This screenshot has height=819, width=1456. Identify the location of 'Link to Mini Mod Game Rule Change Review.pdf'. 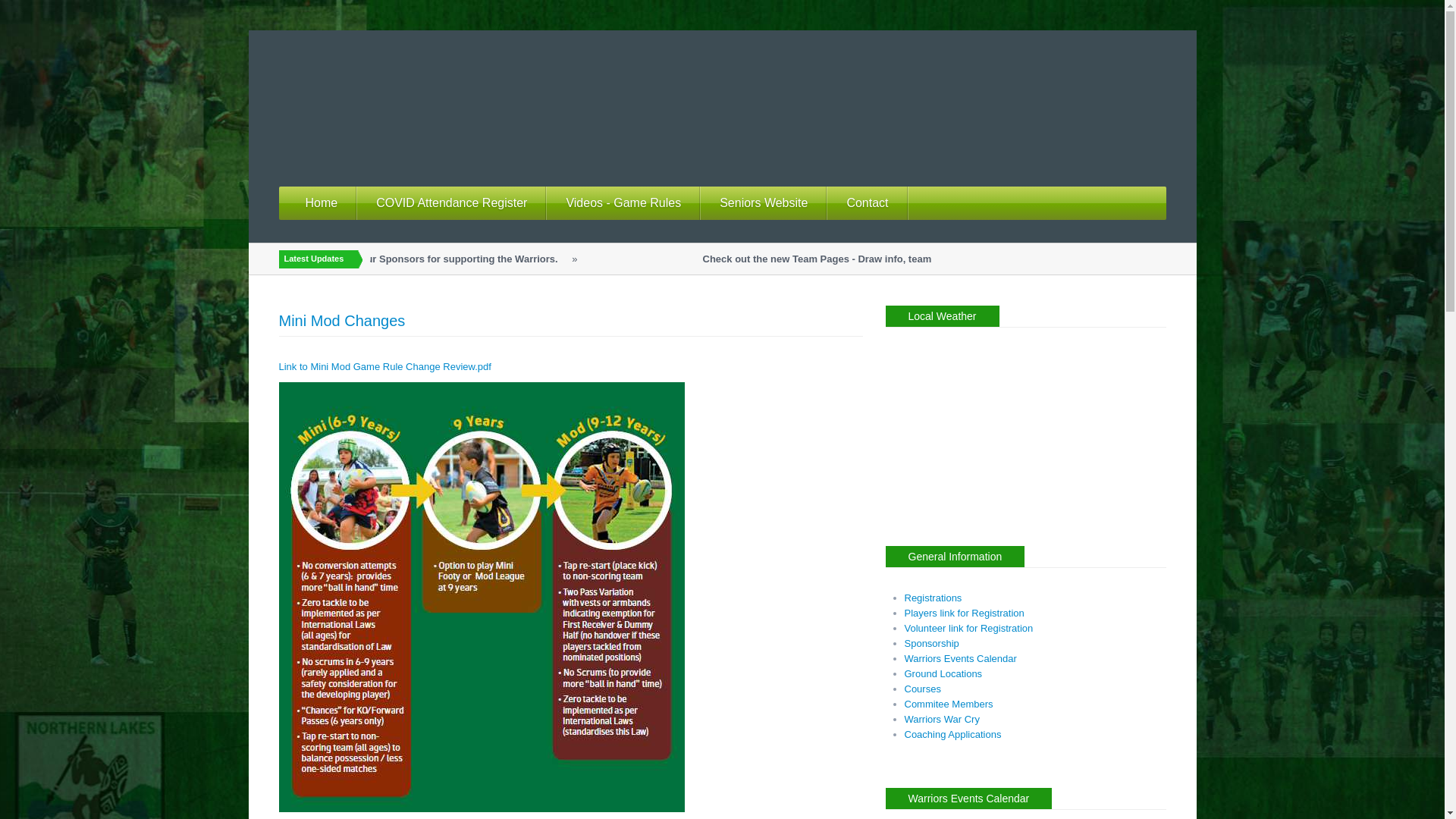
(279, 366).